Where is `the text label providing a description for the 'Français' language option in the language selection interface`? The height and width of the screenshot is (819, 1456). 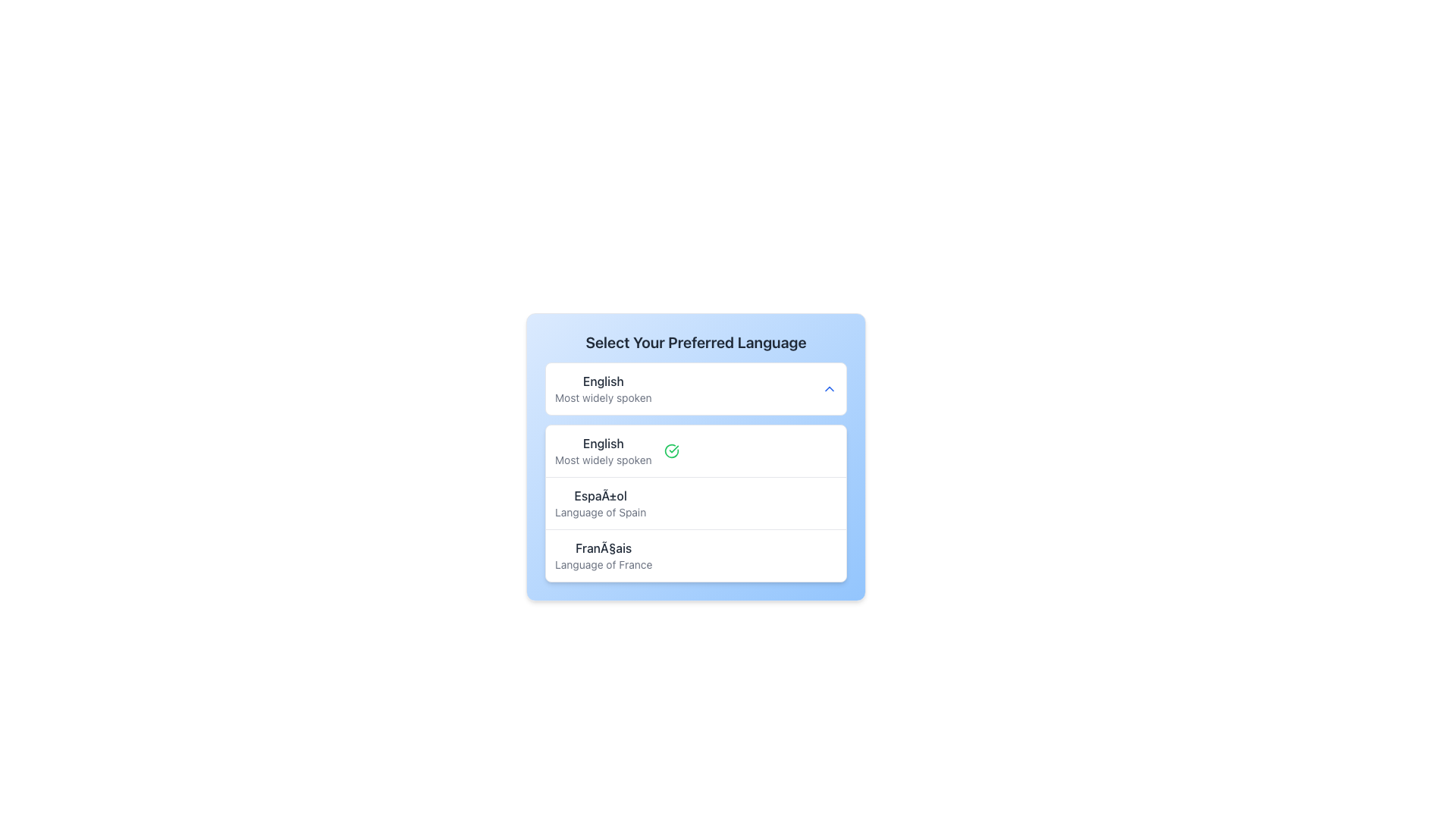
the text label providing a description for the 'Français' language option in the language selection interface is located at coordinates (603, 564).